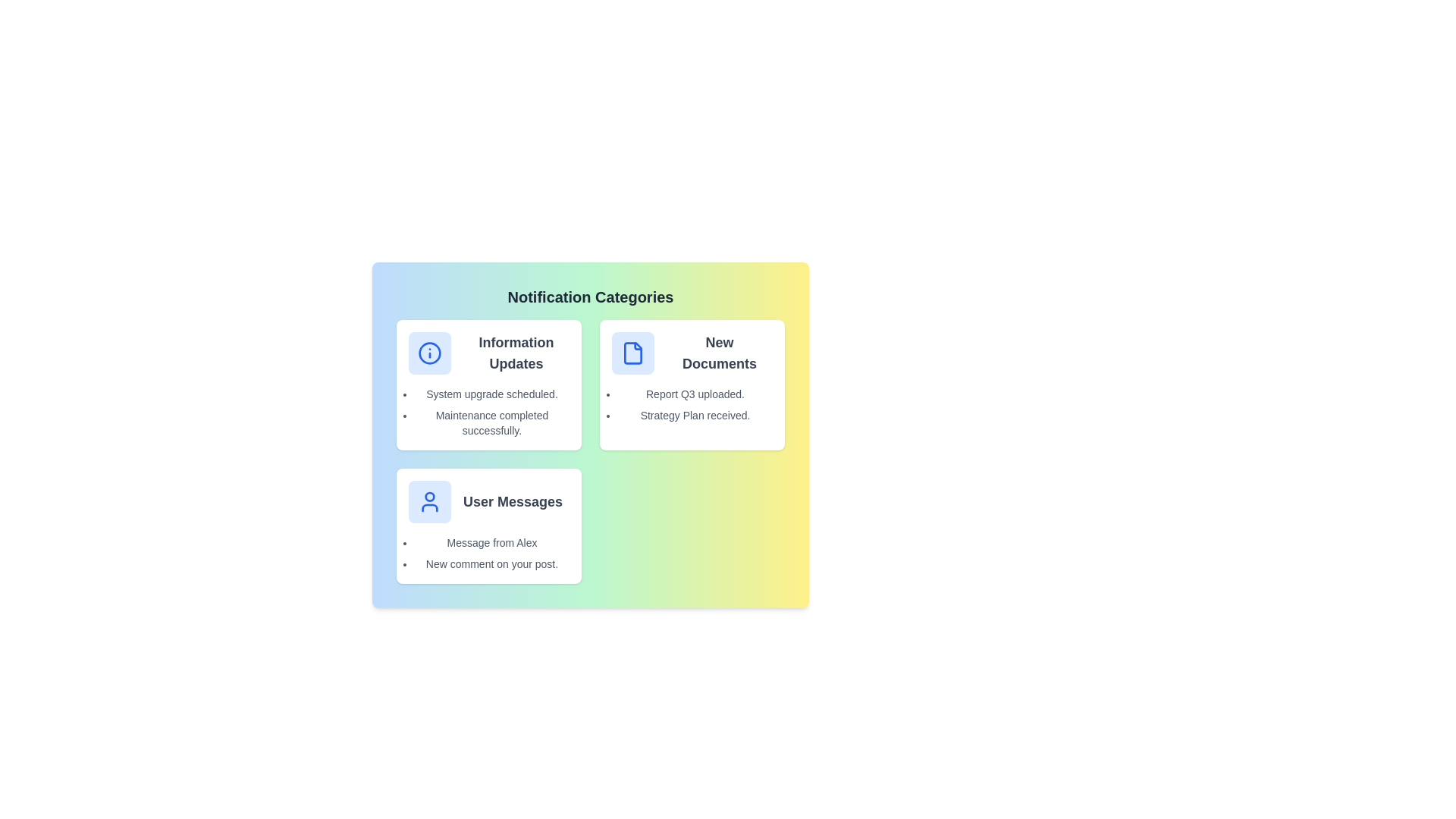 The image size is (1456, 819). Describe the element at coordinates (428, 353) in the screenshot. I see `the icon of Information Updates to display its tooltip` at that location.